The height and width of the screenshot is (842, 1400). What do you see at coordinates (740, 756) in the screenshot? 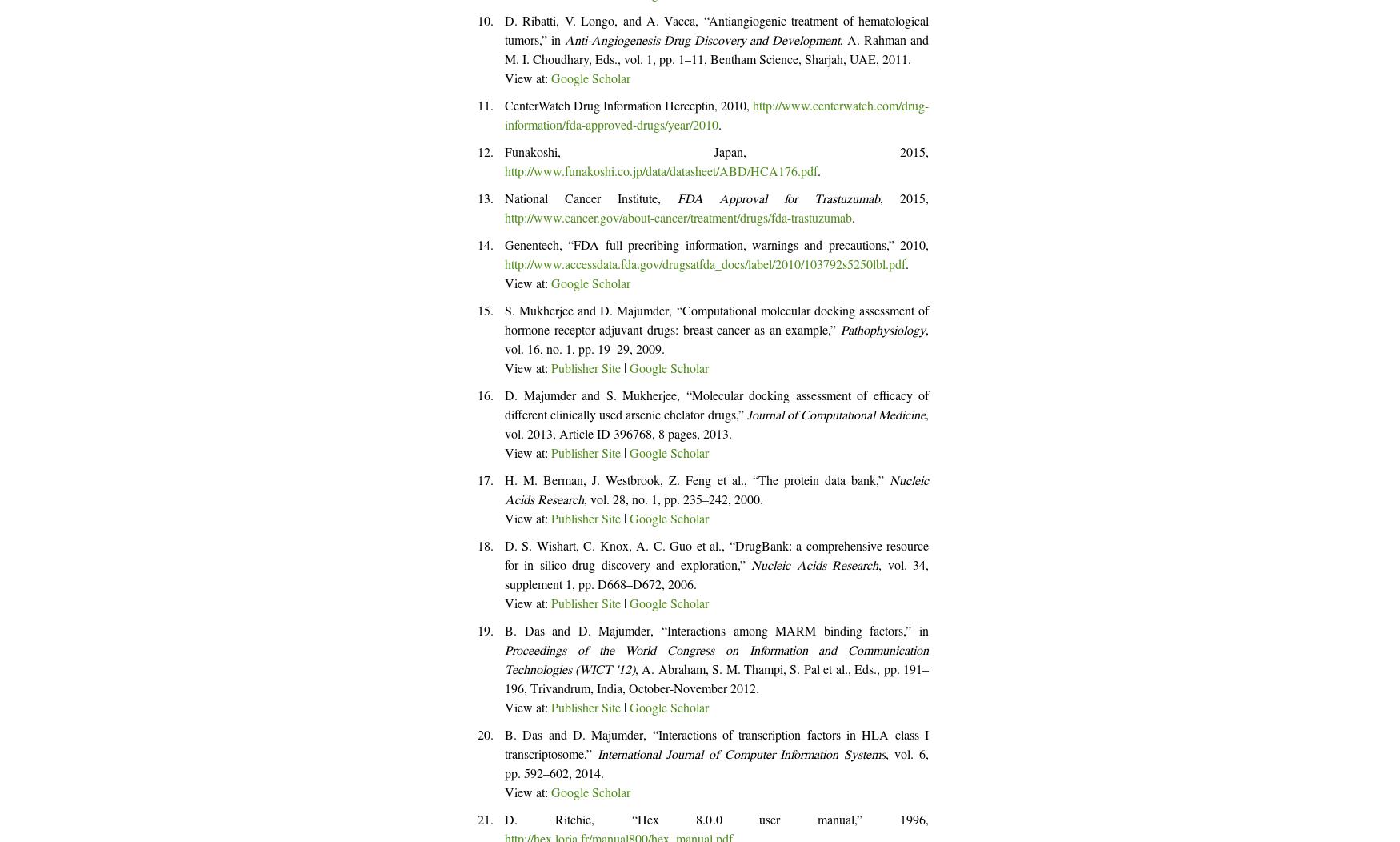
I see `'International Journal of Computer Information Systems'` at bounding box center [740, 756].